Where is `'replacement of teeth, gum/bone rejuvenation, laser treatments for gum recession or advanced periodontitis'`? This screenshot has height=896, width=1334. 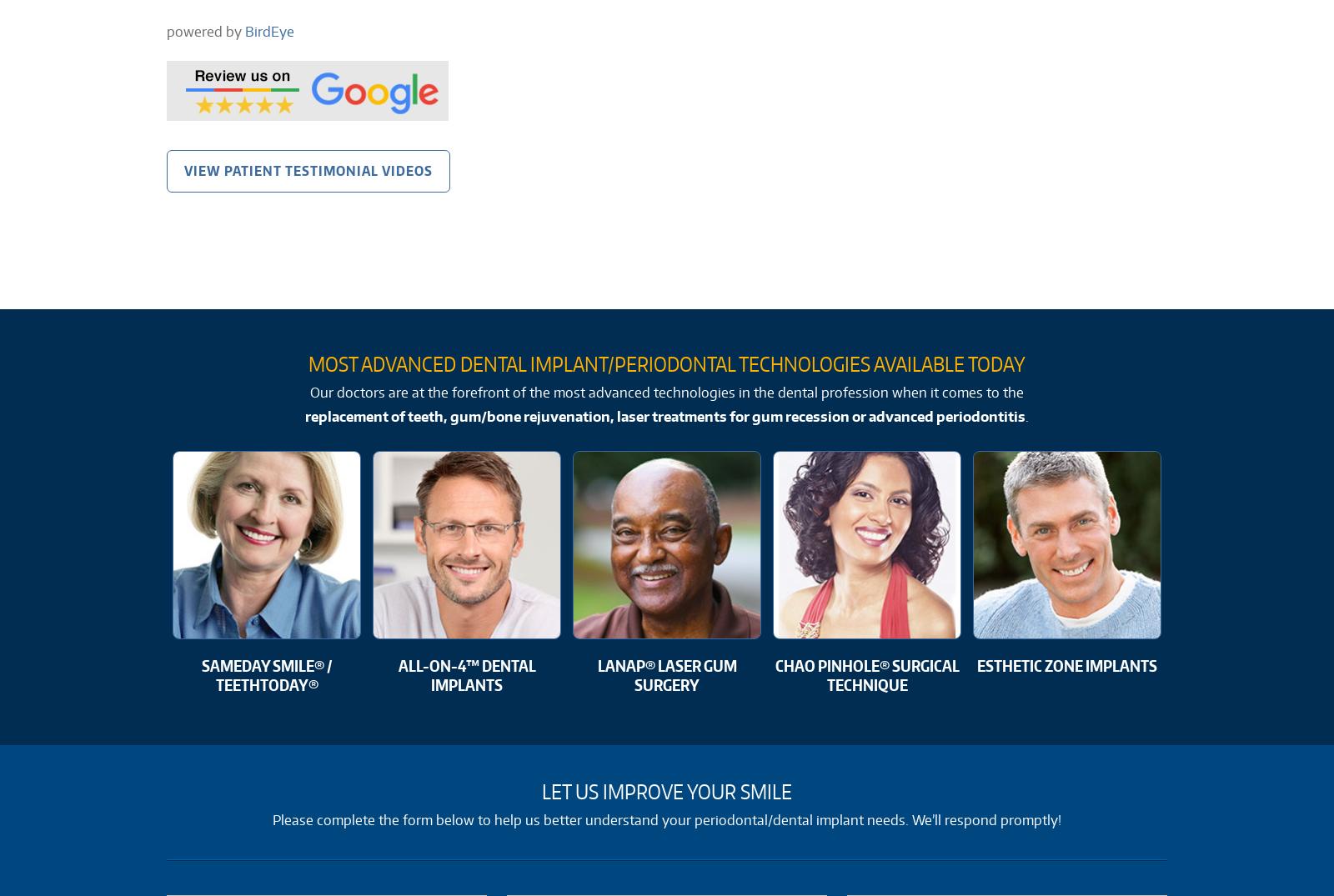
'replacement of teeth, gum/bone rejuvenation, laser treatments for gum recession or advanced periodontitis' is located at coordinates (665, 415).